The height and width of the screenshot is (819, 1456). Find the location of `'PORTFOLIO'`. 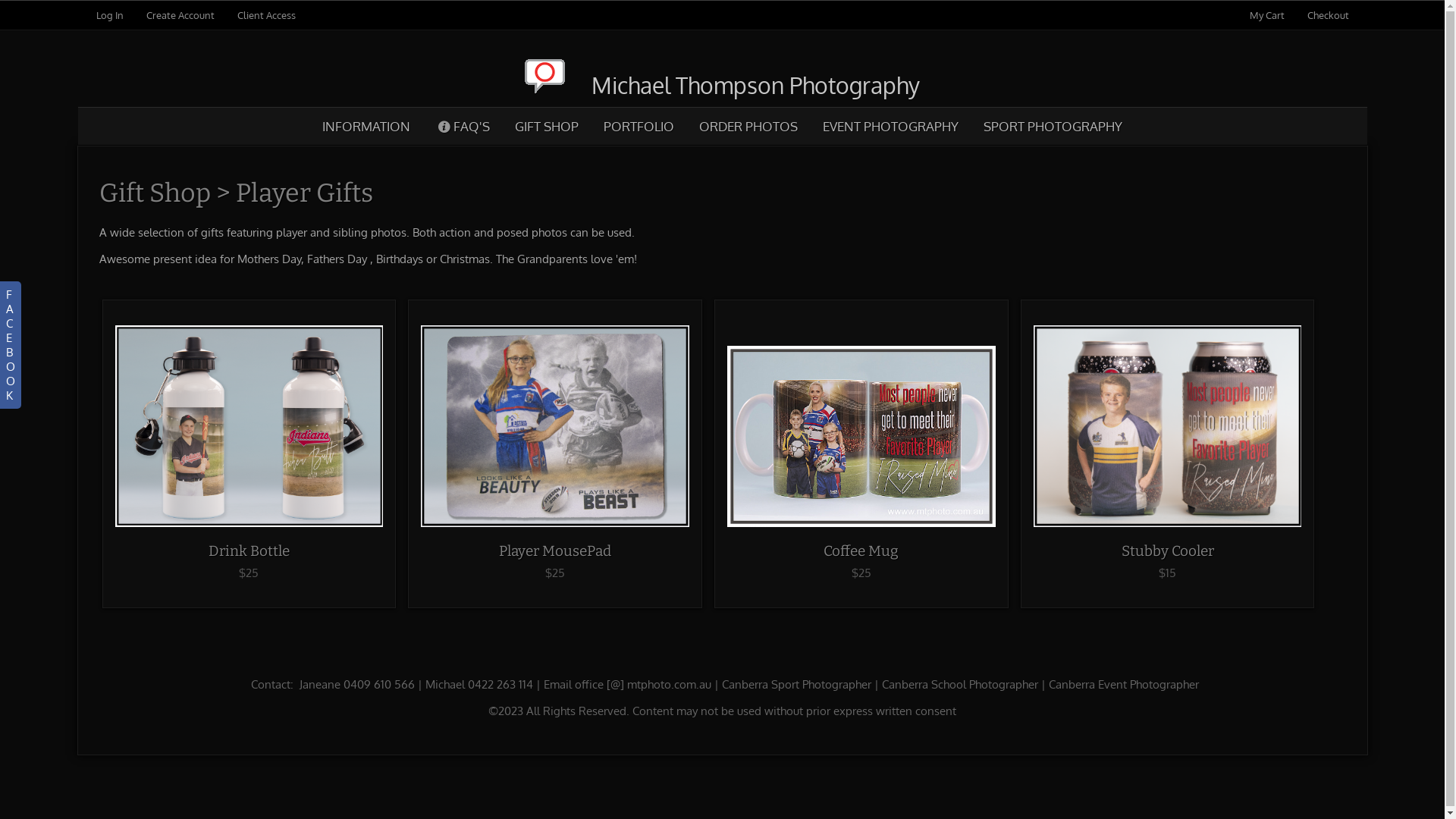

'PORTFOLIO' is located at coordinates (638, 125).